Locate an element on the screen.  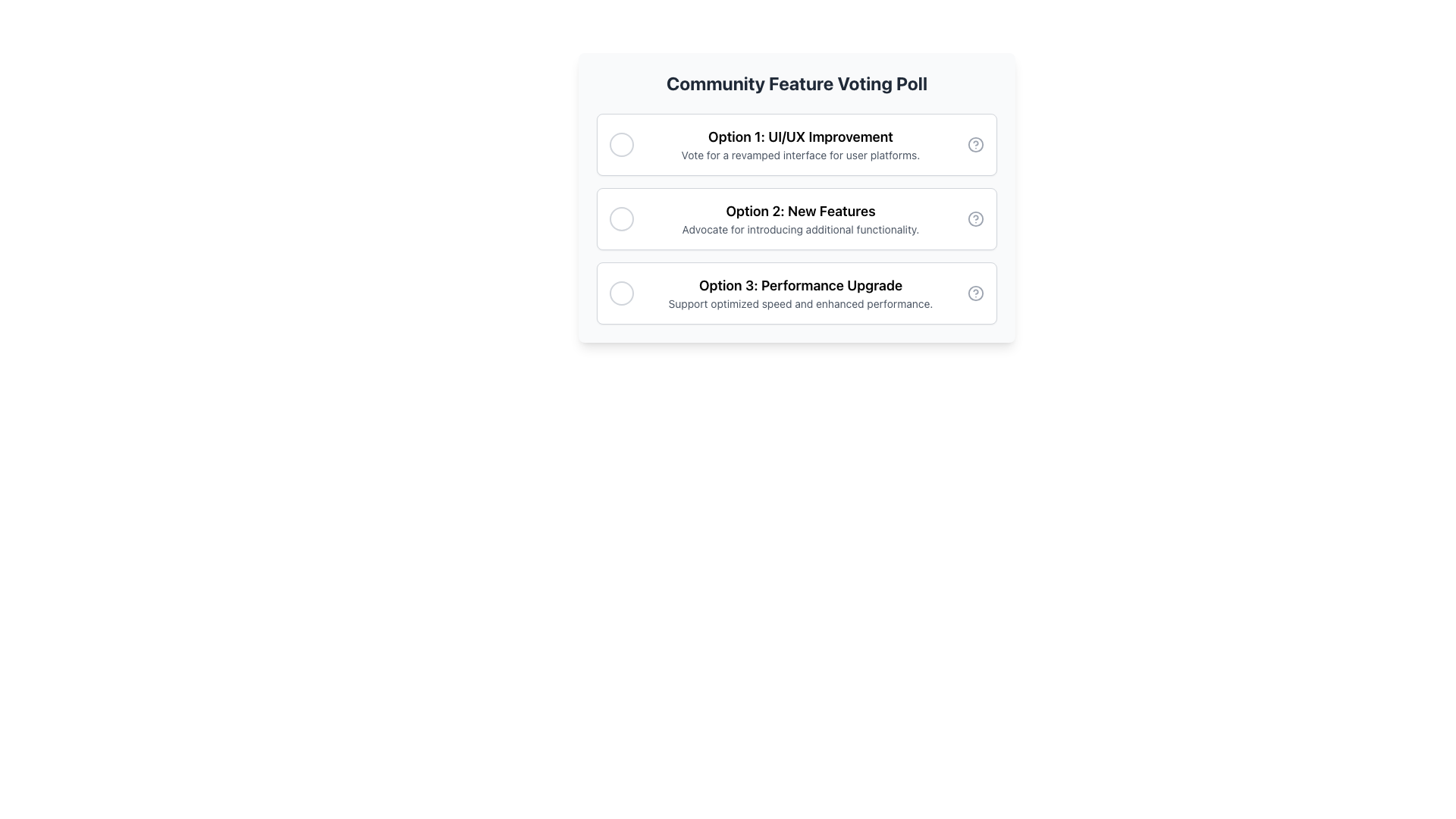
information from the text label located beneath the header 'Option 2: New Features' in the second option block of a three-option list is located at coordinates (800, 230).